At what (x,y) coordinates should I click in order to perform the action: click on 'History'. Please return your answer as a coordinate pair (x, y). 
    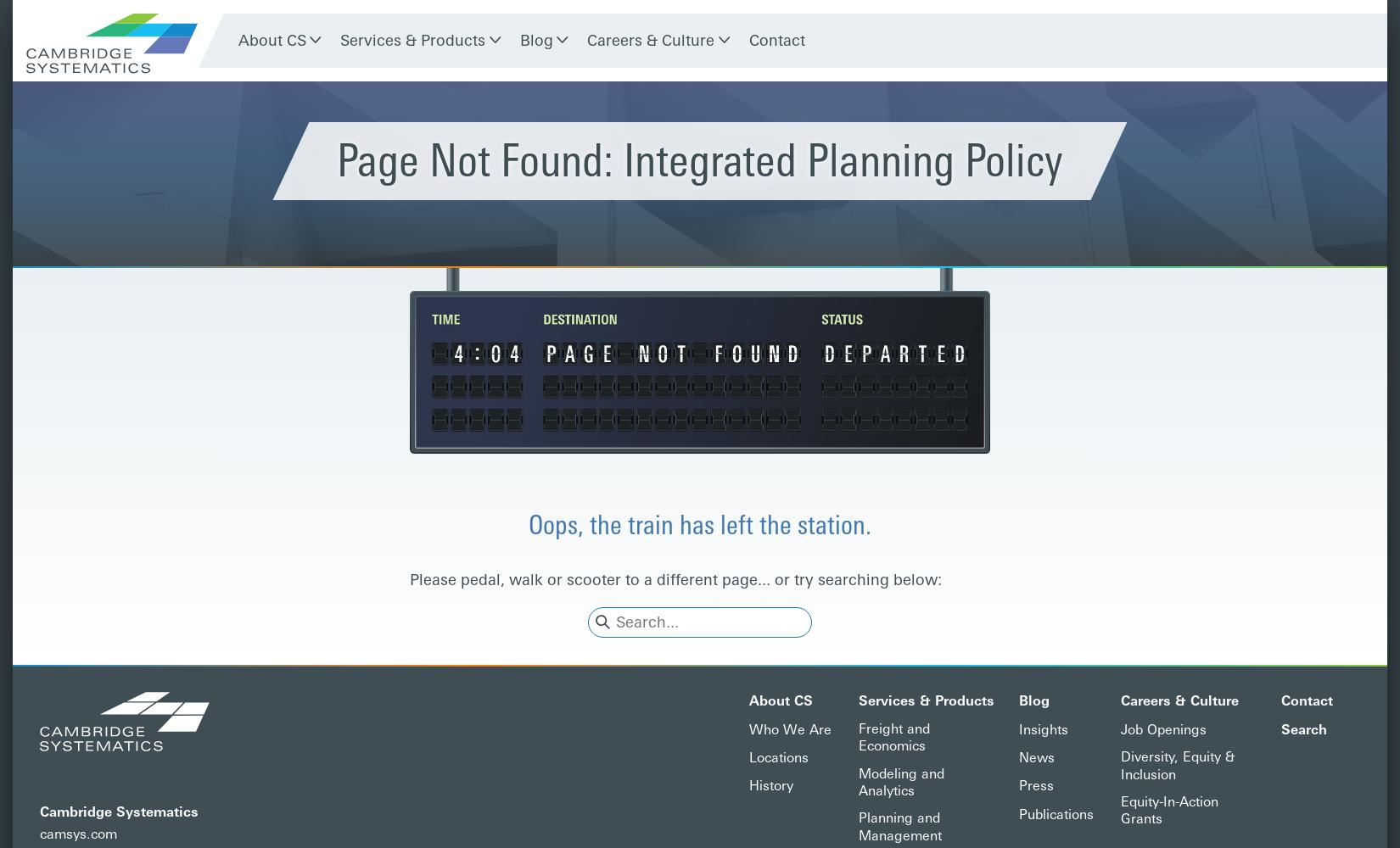
    Looking at the image, I should click on (770, 785).